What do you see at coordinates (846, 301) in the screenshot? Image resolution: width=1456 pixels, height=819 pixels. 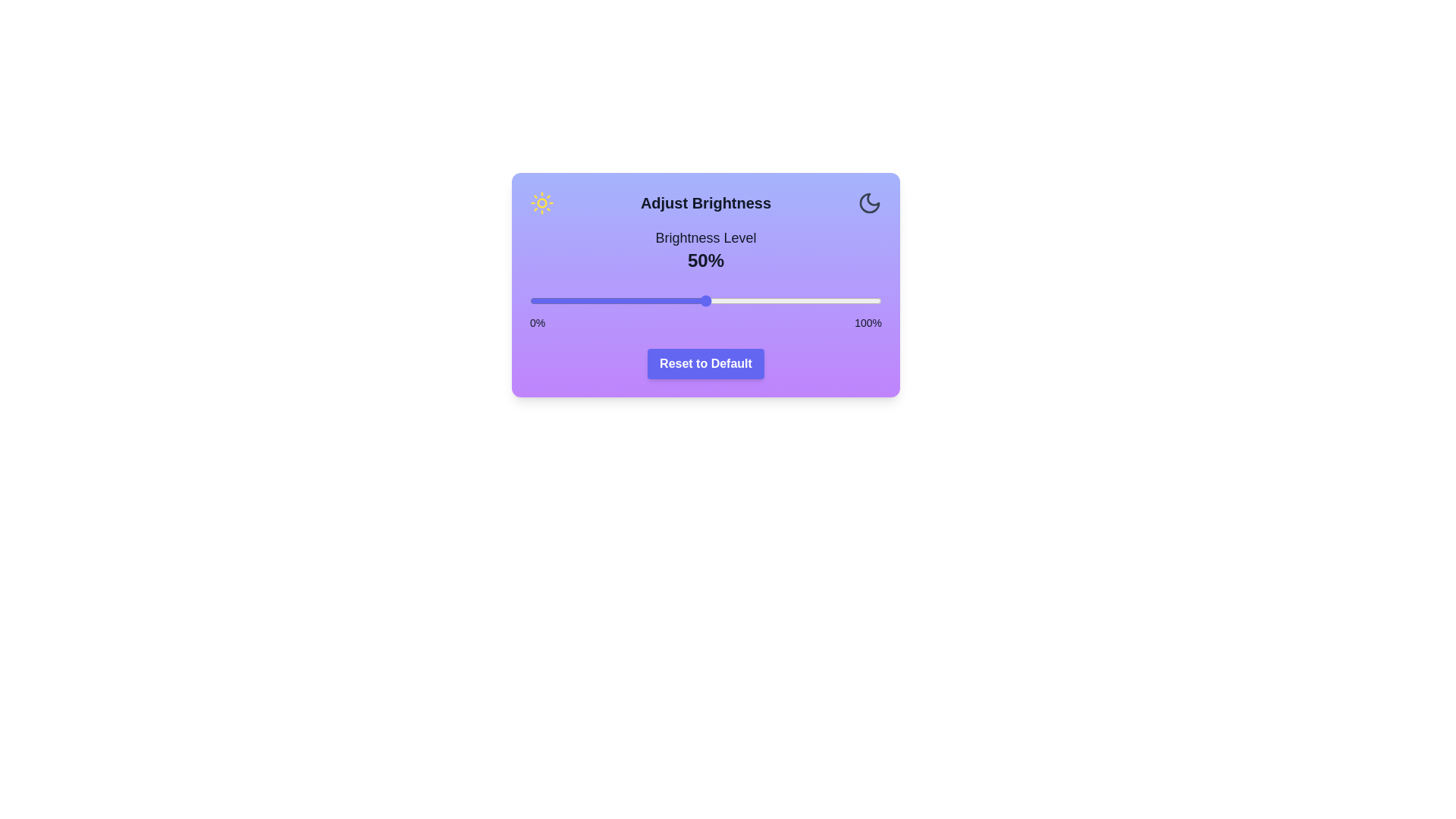 I see `the brightness slider to 90%` at bounding box center [846, 301].